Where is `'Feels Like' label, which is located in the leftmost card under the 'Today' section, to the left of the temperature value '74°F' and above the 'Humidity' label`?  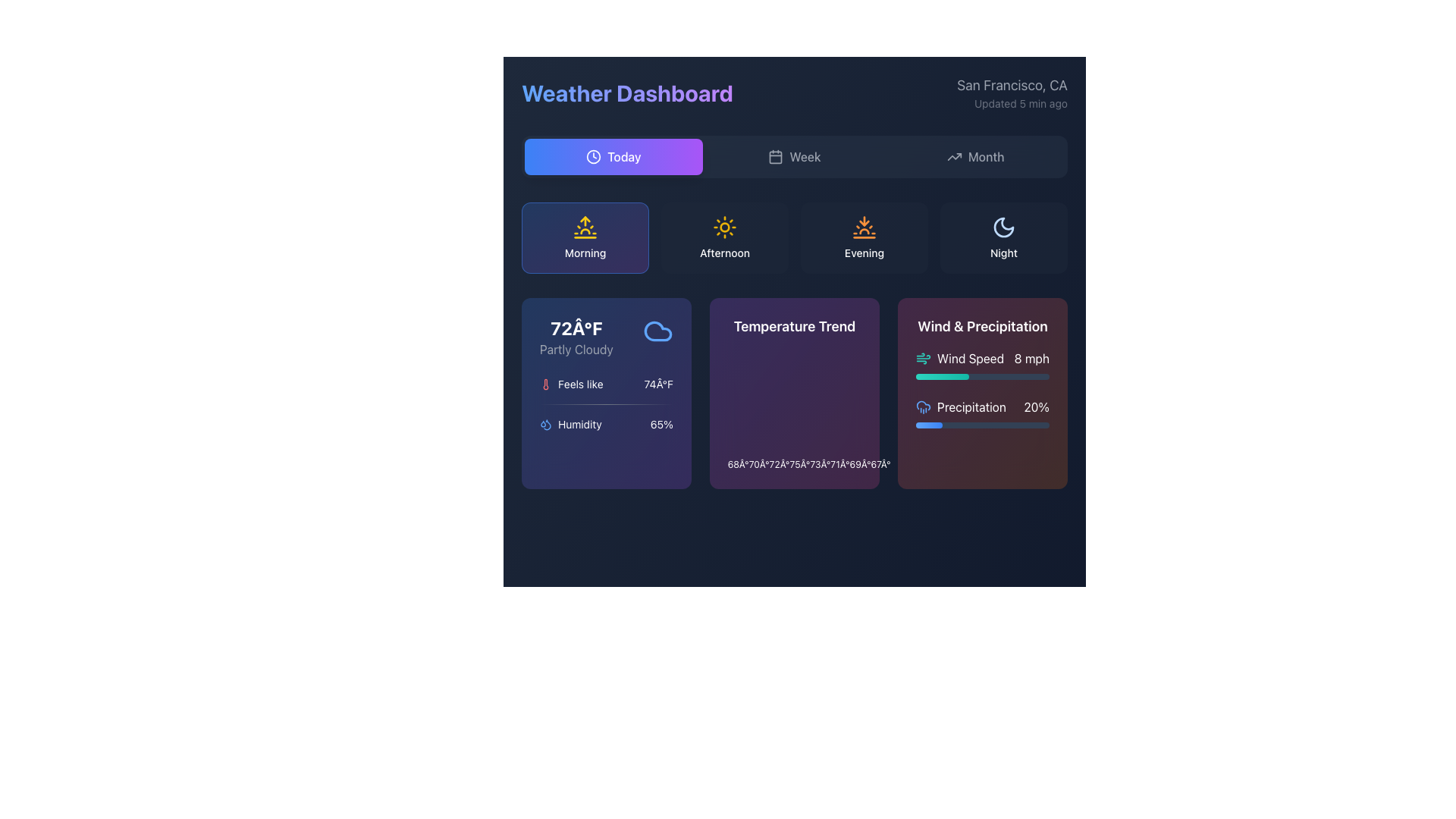
'Feels Like' label, which is located in the leftmost card under the 'Today' section, to the left of the temperature value '74°F' and above the 'Humidity' label is located at coordinates (570, 383).